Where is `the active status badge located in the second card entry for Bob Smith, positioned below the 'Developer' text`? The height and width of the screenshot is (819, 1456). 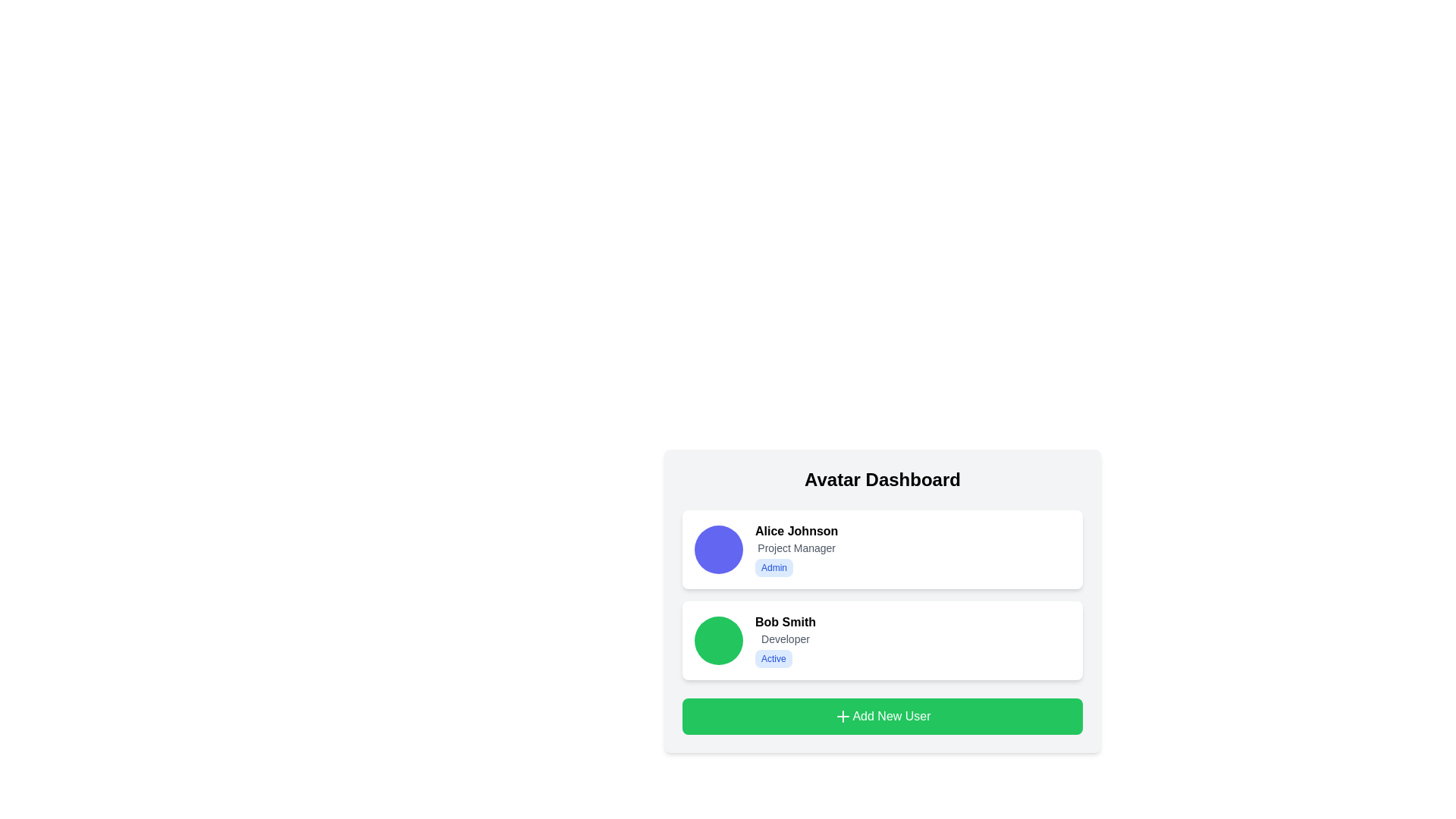
the active status badge located in the second card entry for Bob Smith, positioned below the 'Developer' text is located at coordinates (773, 657).